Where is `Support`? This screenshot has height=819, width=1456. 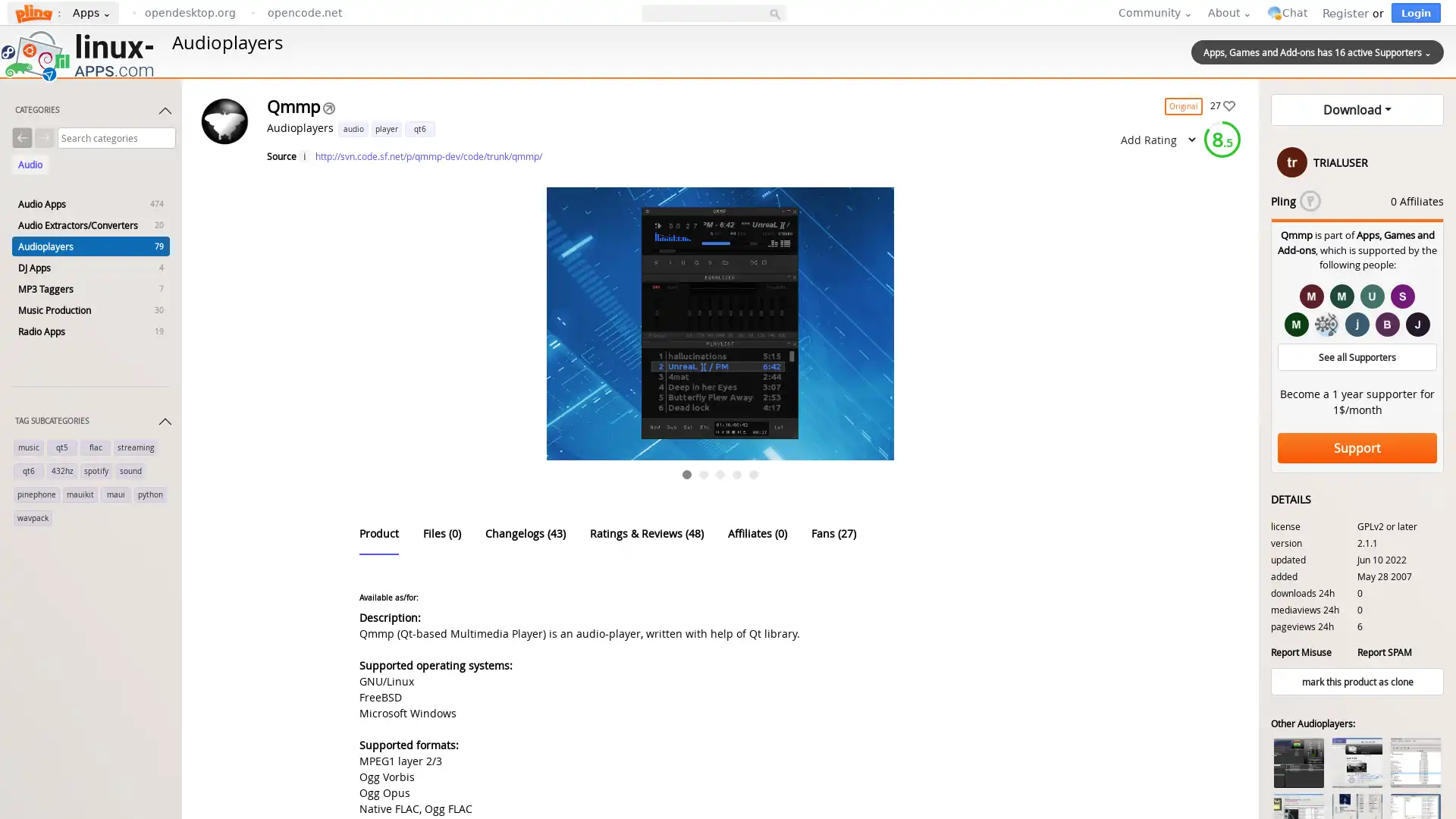
Support is located at coordinates (1357, 447).